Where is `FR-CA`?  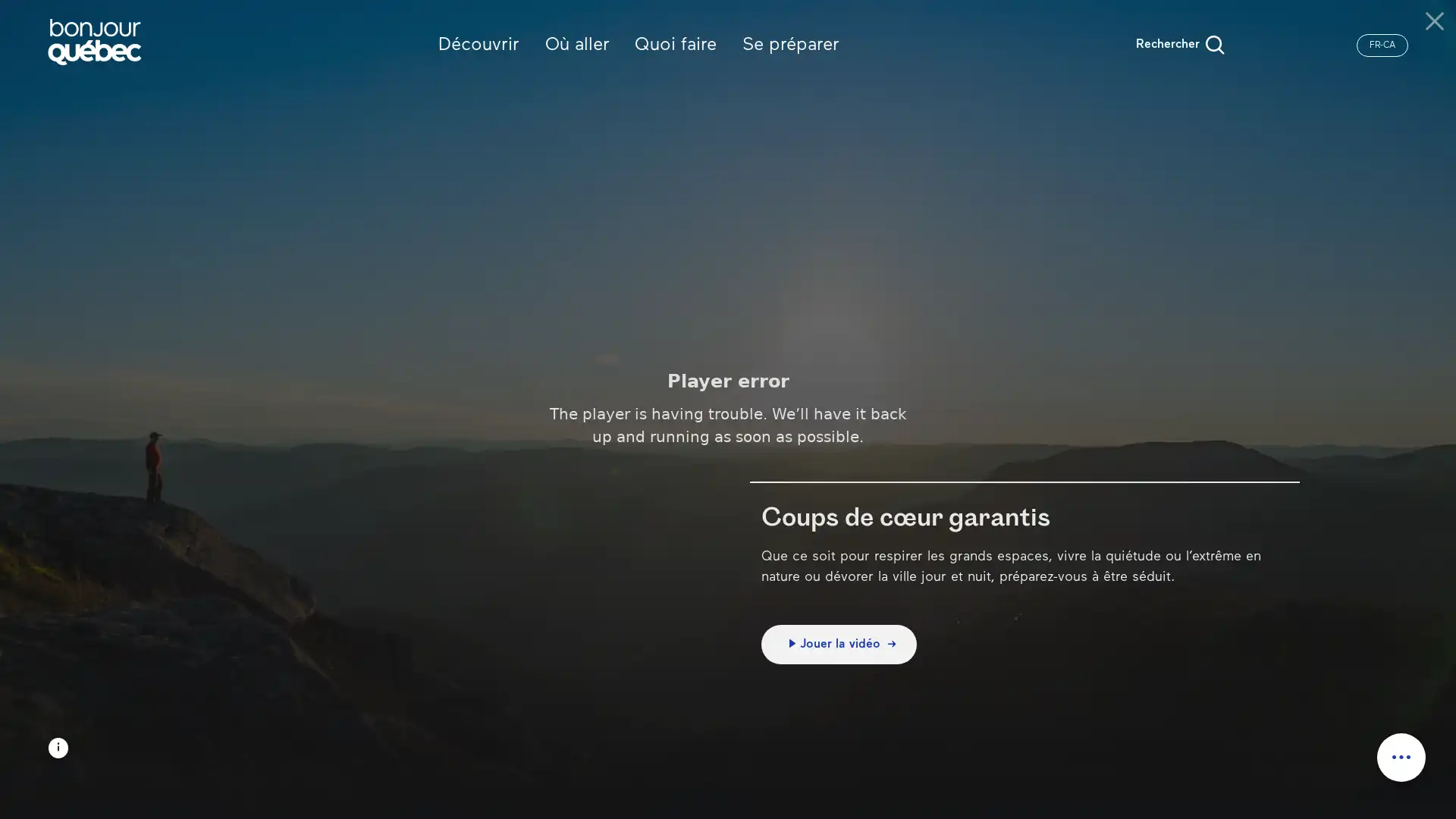
FR-CA is located at coordinates (1382, 146).